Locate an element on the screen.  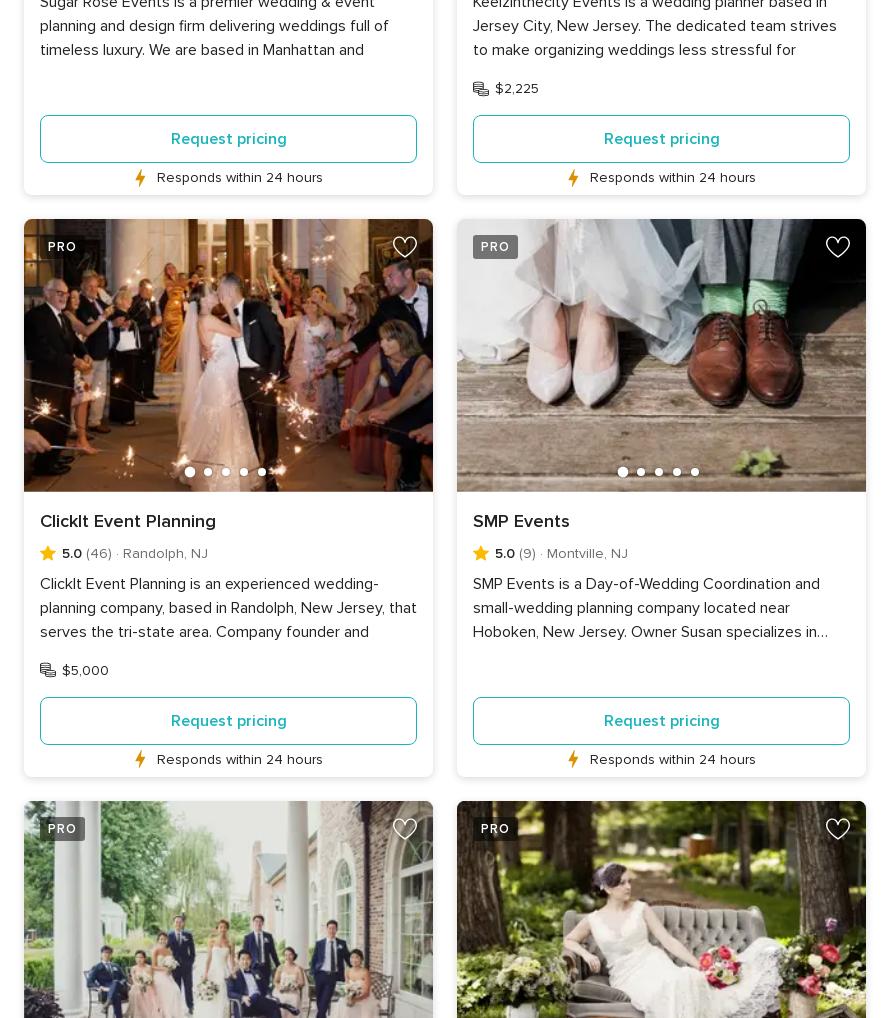
'Randolph, NJ' is located at coordinates (121, 551).